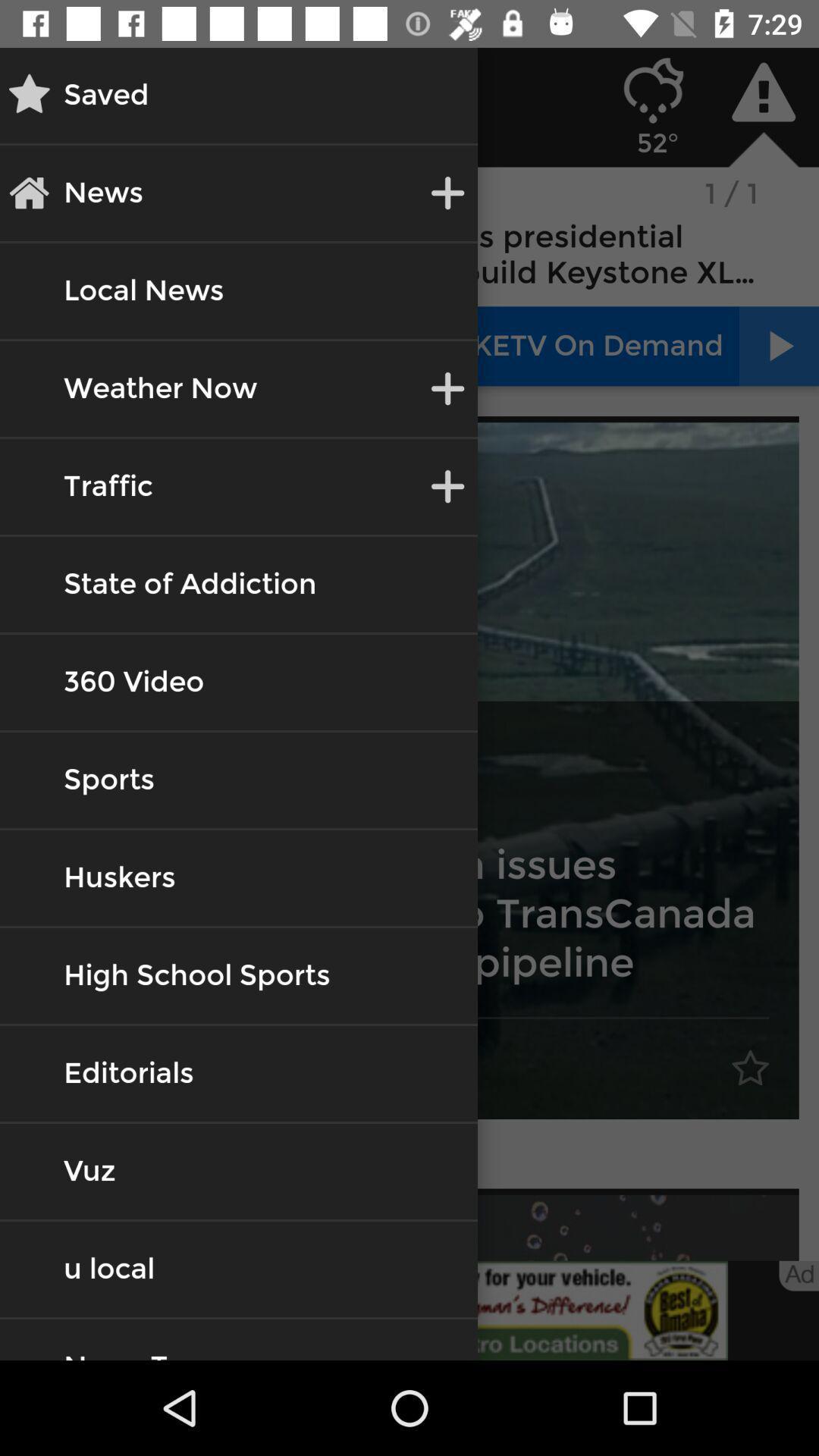 The width and height of the screenshot is (819, 1456). What do you see at coordinates (161, 389) in the screenshot?
I see `text called weather now` at bounding box center [161, 389].